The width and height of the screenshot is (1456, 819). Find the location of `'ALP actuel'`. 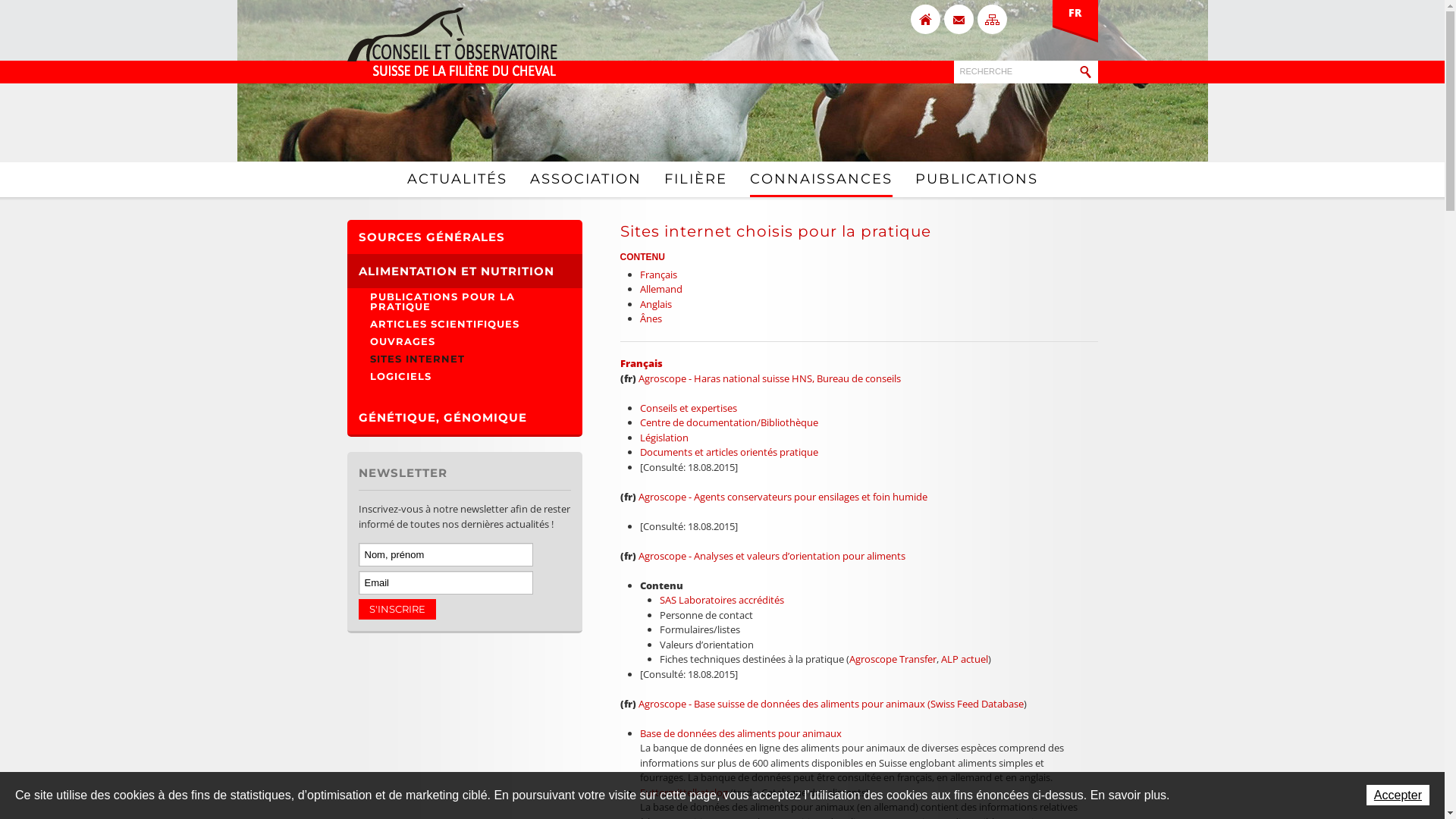

'ALP actuel' is located at coordinates (963, 657).